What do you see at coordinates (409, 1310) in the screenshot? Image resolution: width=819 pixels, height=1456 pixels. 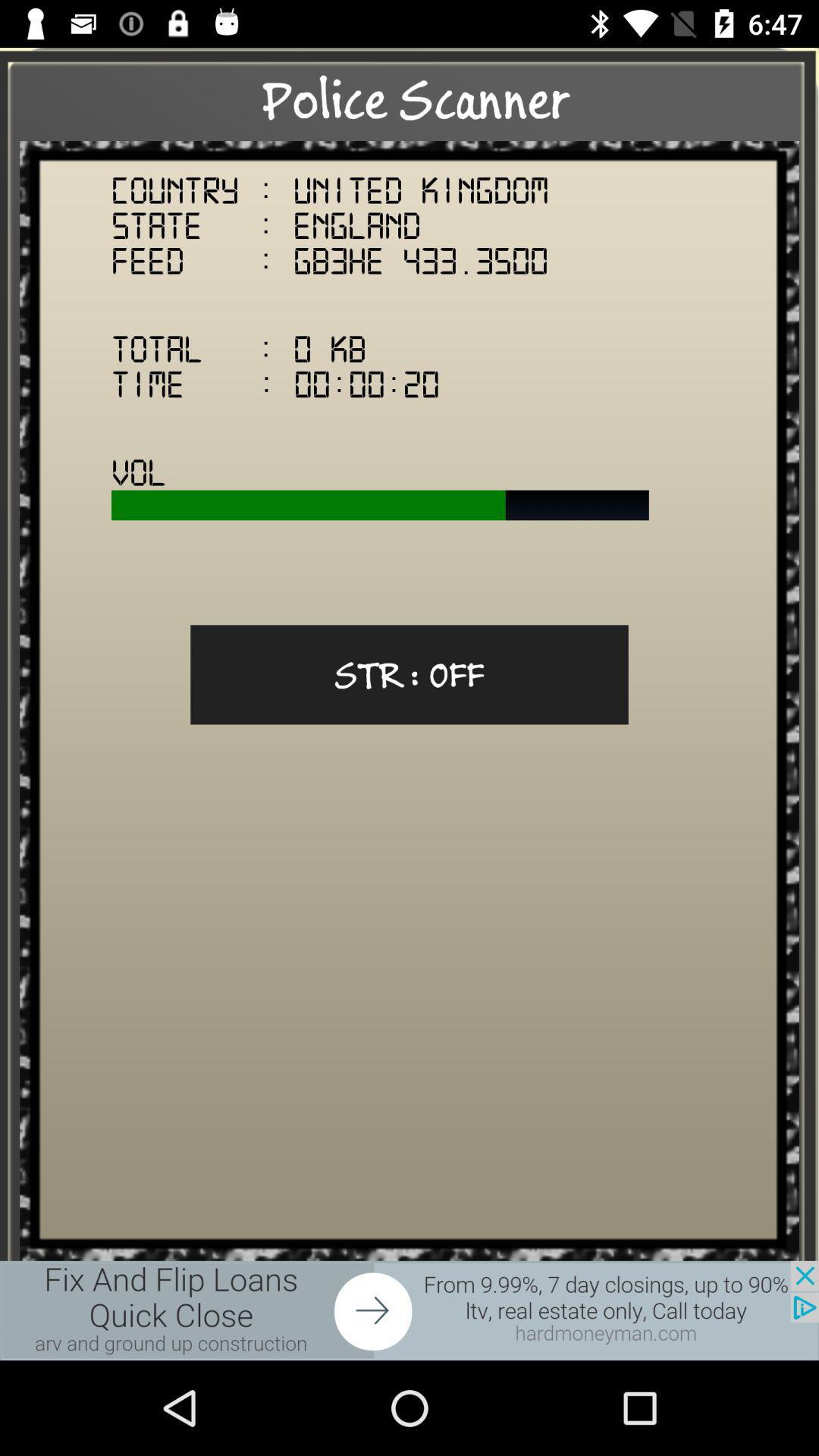 I see `open advertisement` at bounding box center [409, 1310].